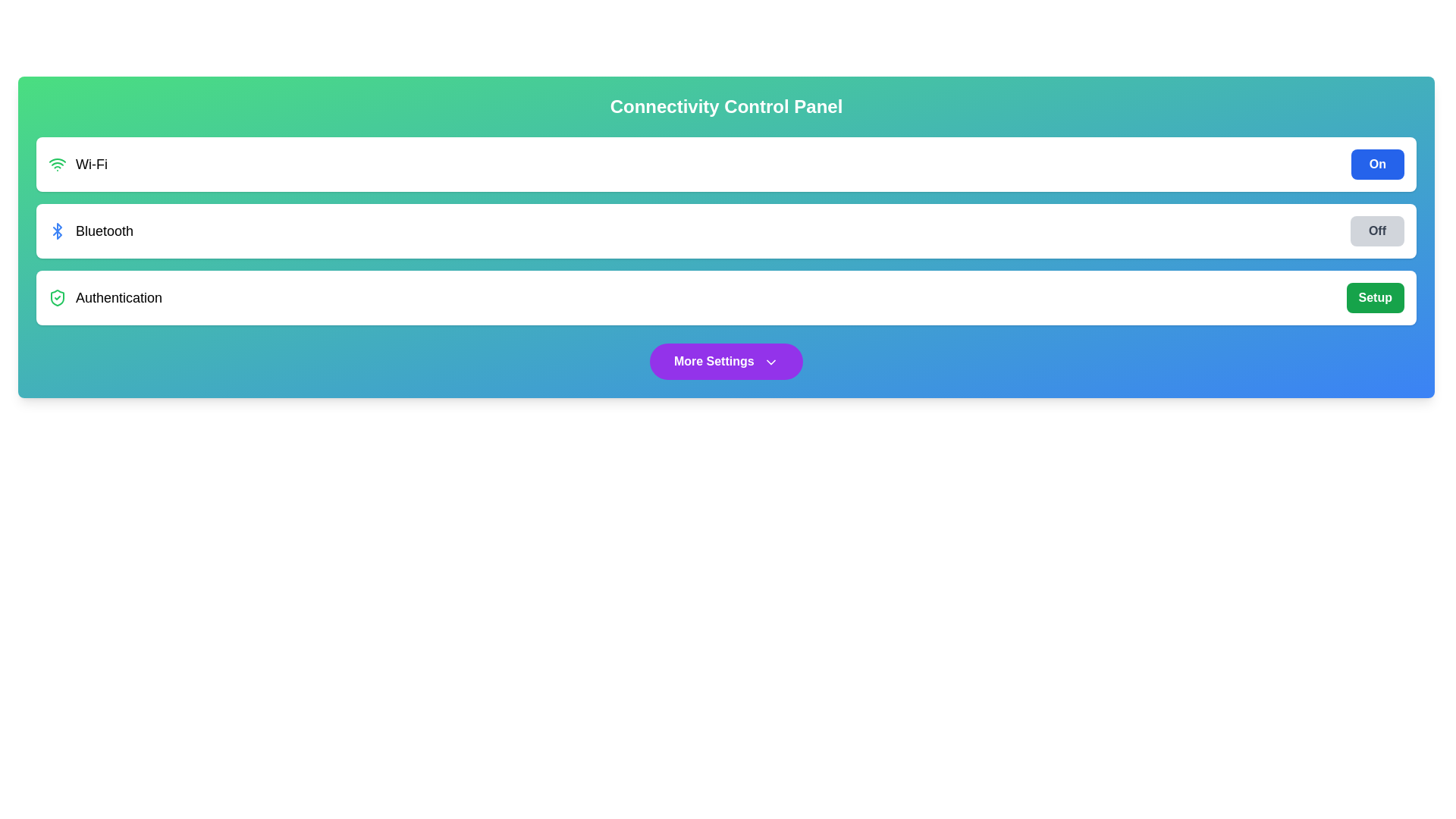 This screenshot has height=819, width=1456. Describe the element at coordinates (105, 298) in the screenshot. I see `the 'Authentication' label with the green shield icon for accessibility navigation` at that location.